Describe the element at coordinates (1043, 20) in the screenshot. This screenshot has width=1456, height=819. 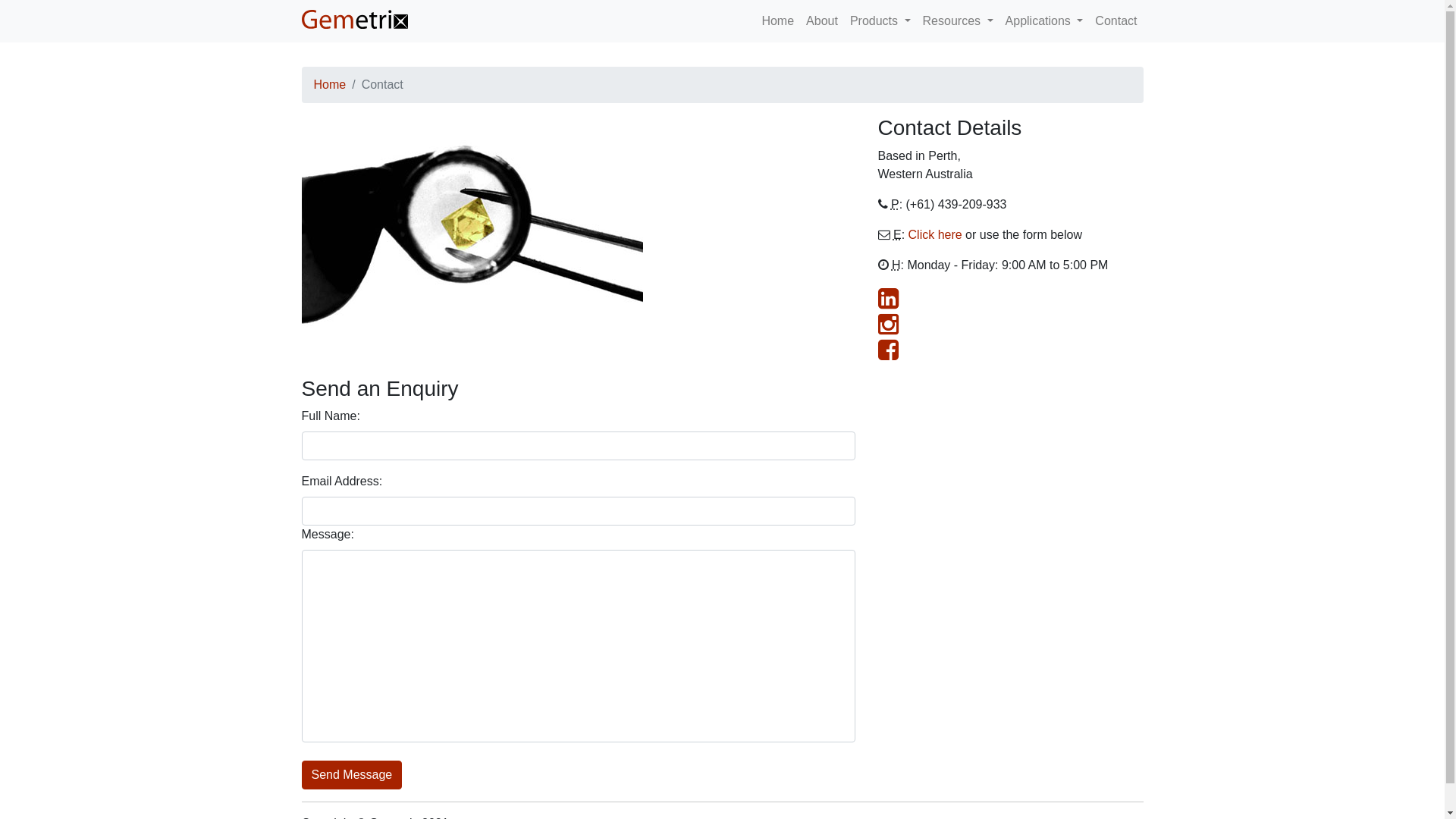
I see `'Applications'` at that location.